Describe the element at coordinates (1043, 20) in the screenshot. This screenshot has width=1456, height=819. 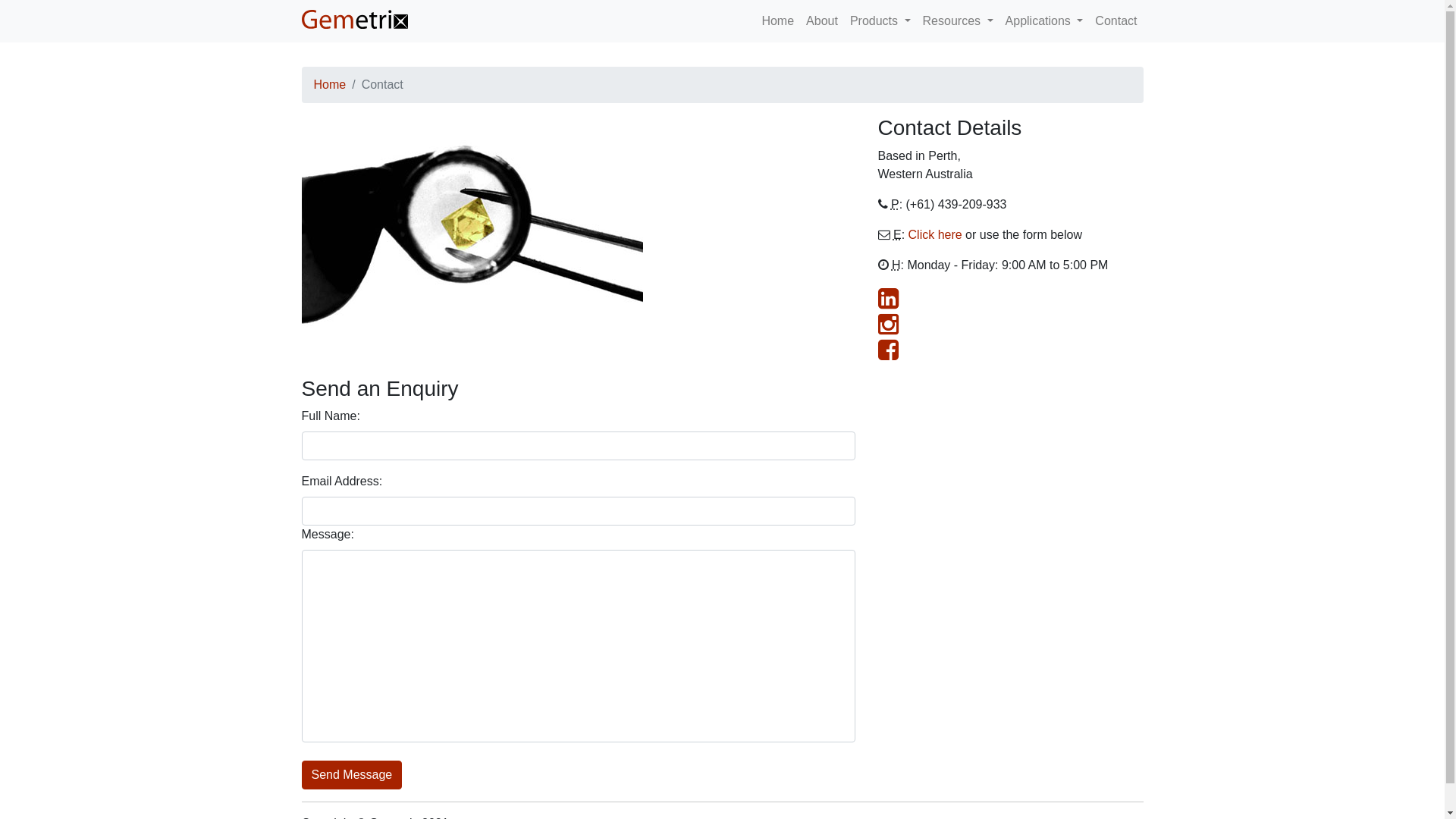
I see `'Applications'` at that location.